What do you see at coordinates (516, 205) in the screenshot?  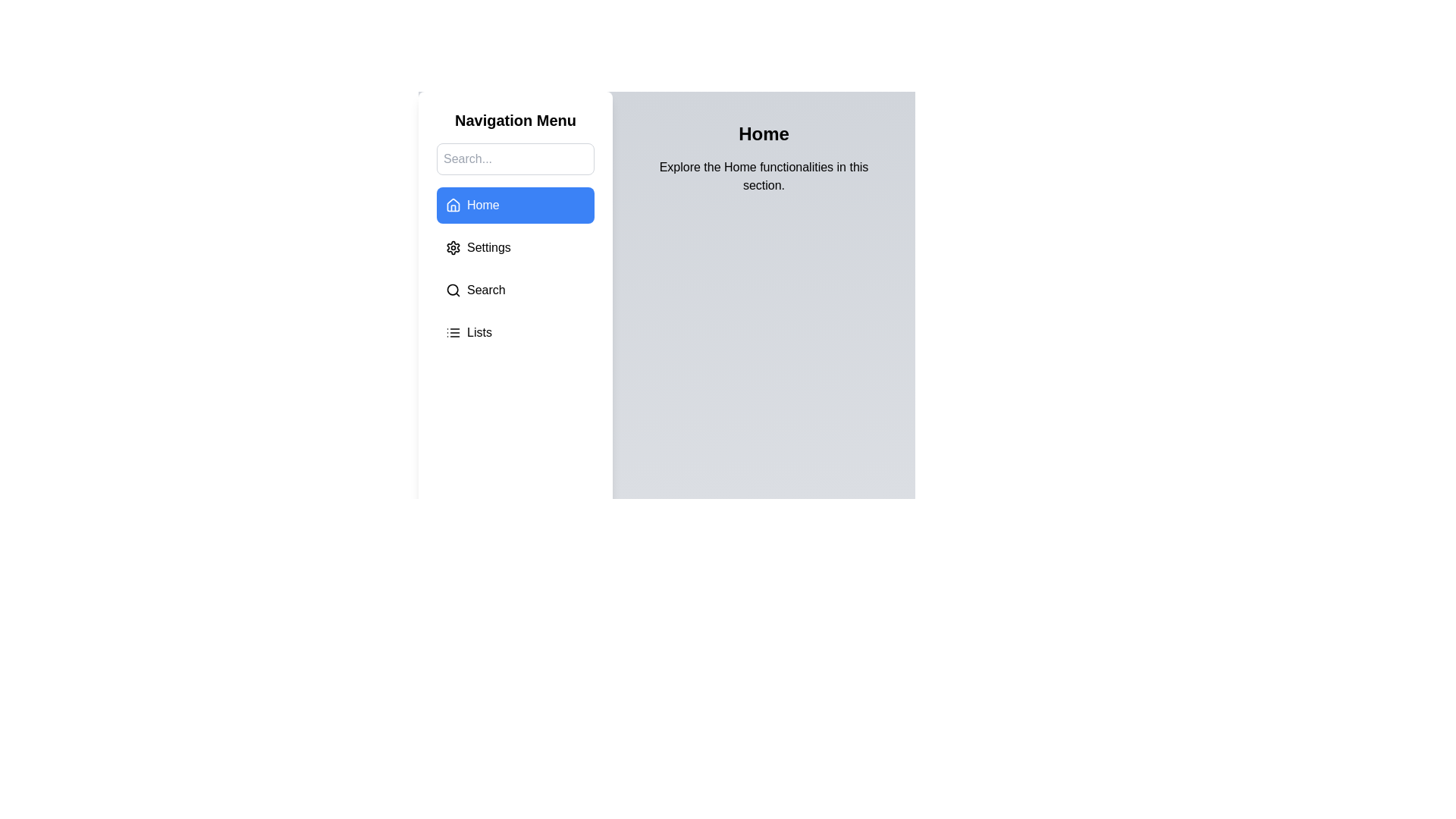 I see `the Home section from the menu` at bounding box center [516, 205].